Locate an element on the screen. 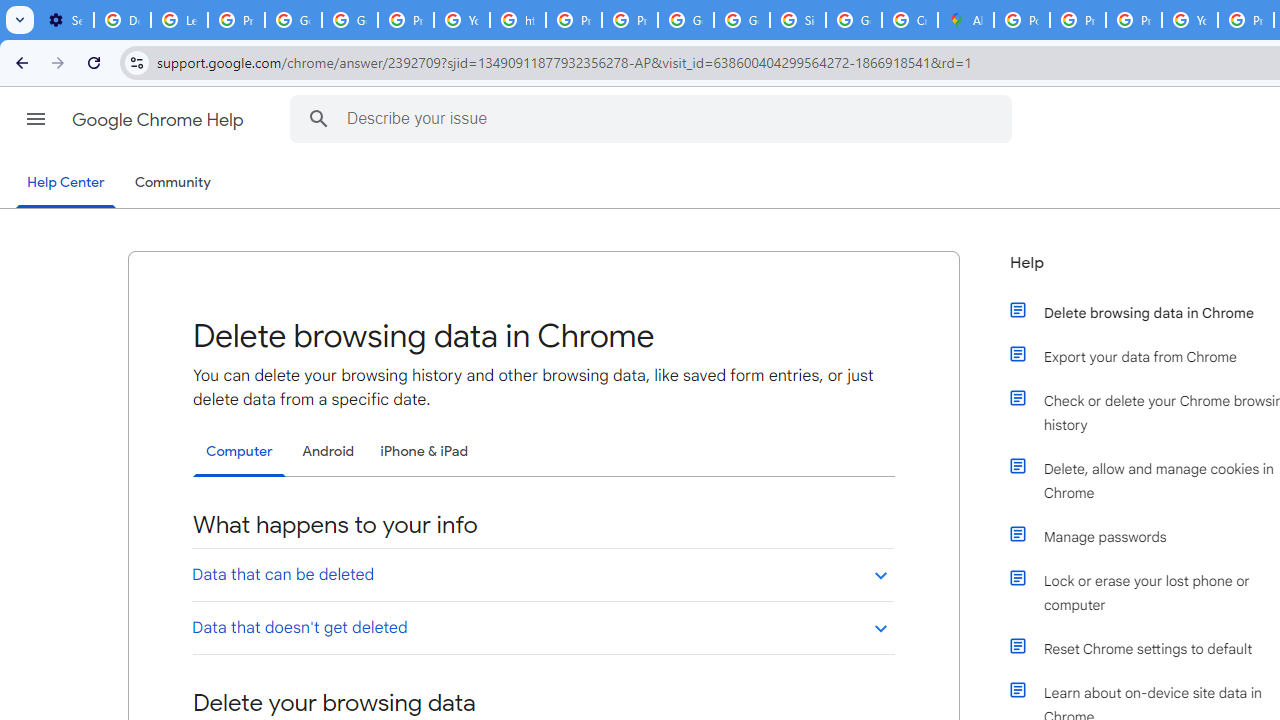 The image size is (1280, 720). 'Help Center' is located at coordinates (65, 183).